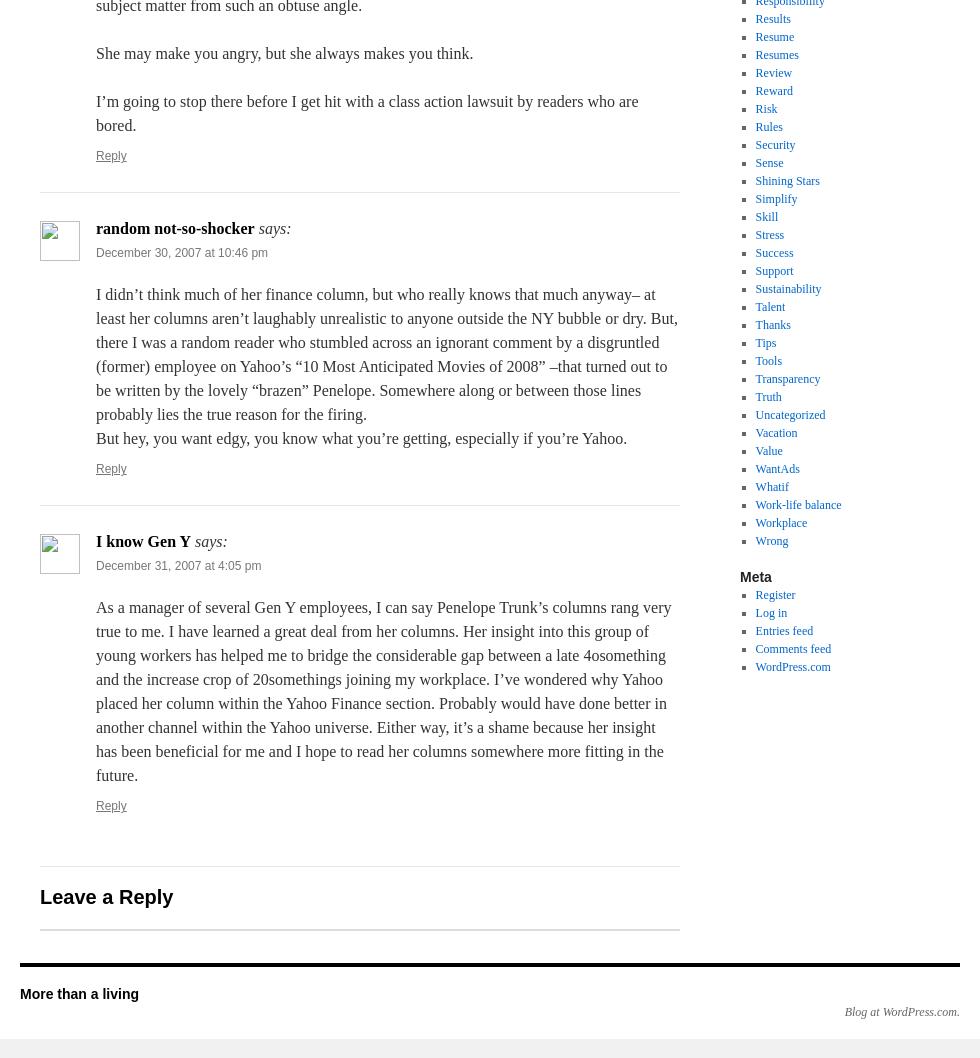 This screenshot has width=980, height=1058. Describe the element at coordinates (843, 1010) in the screenshot. I see `'Blog at WordPress.com.'` at that location.